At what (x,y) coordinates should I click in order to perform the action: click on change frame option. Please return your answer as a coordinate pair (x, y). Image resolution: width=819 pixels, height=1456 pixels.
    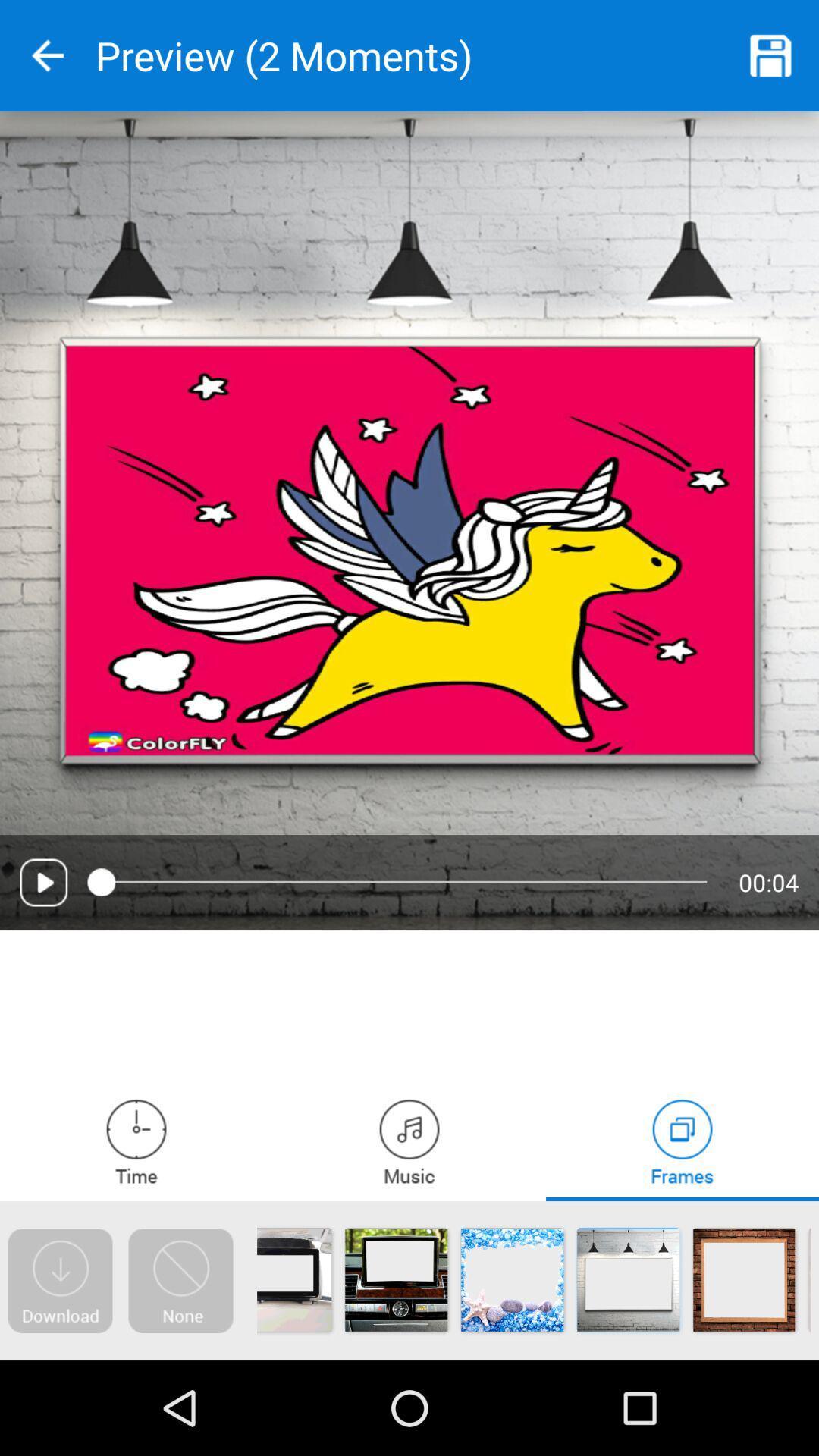
    Looking at the image, I should click on (681, 1141).